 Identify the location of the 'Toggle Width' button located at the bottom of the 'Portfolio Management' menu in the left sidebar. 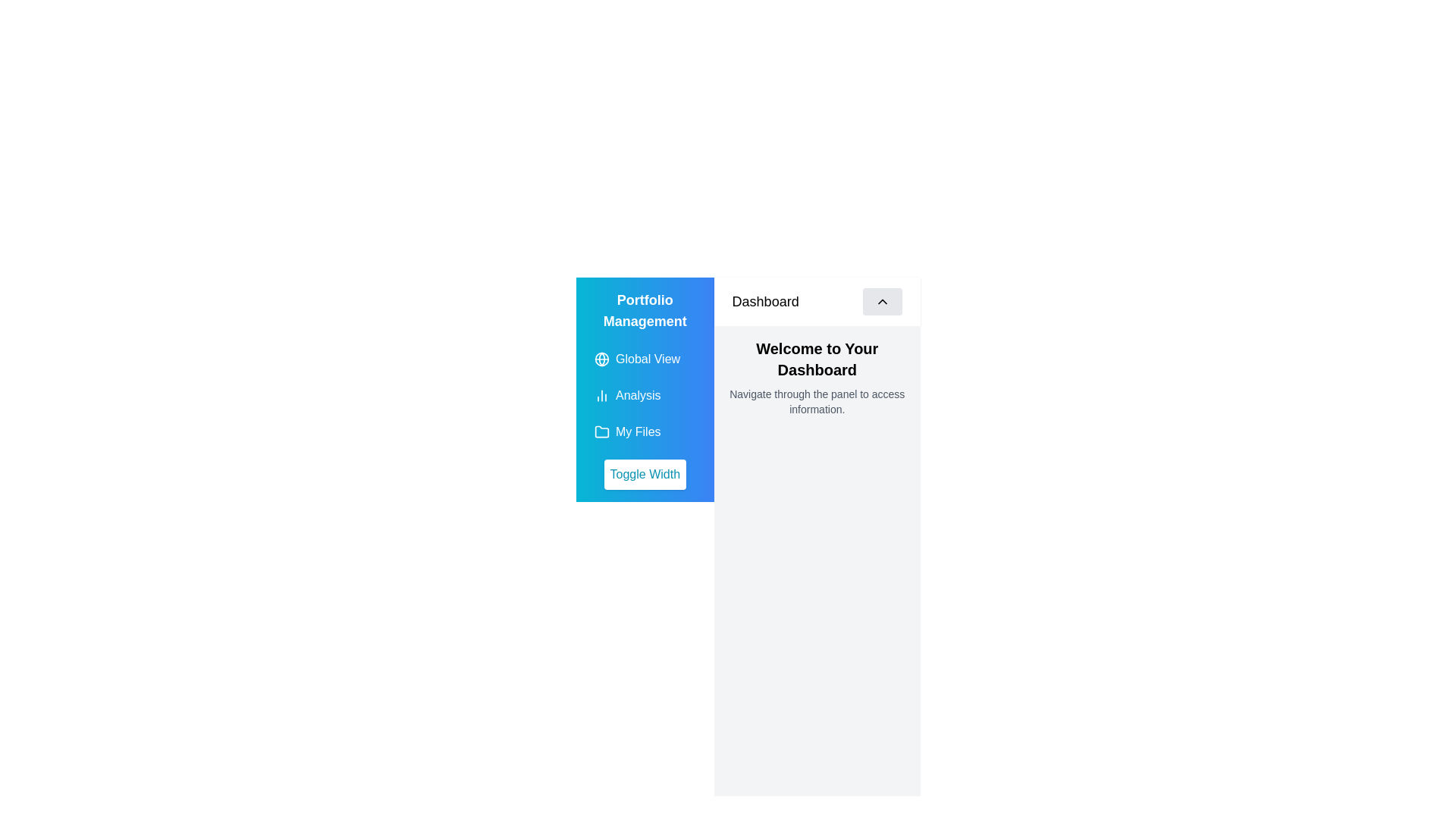
(645, 473).